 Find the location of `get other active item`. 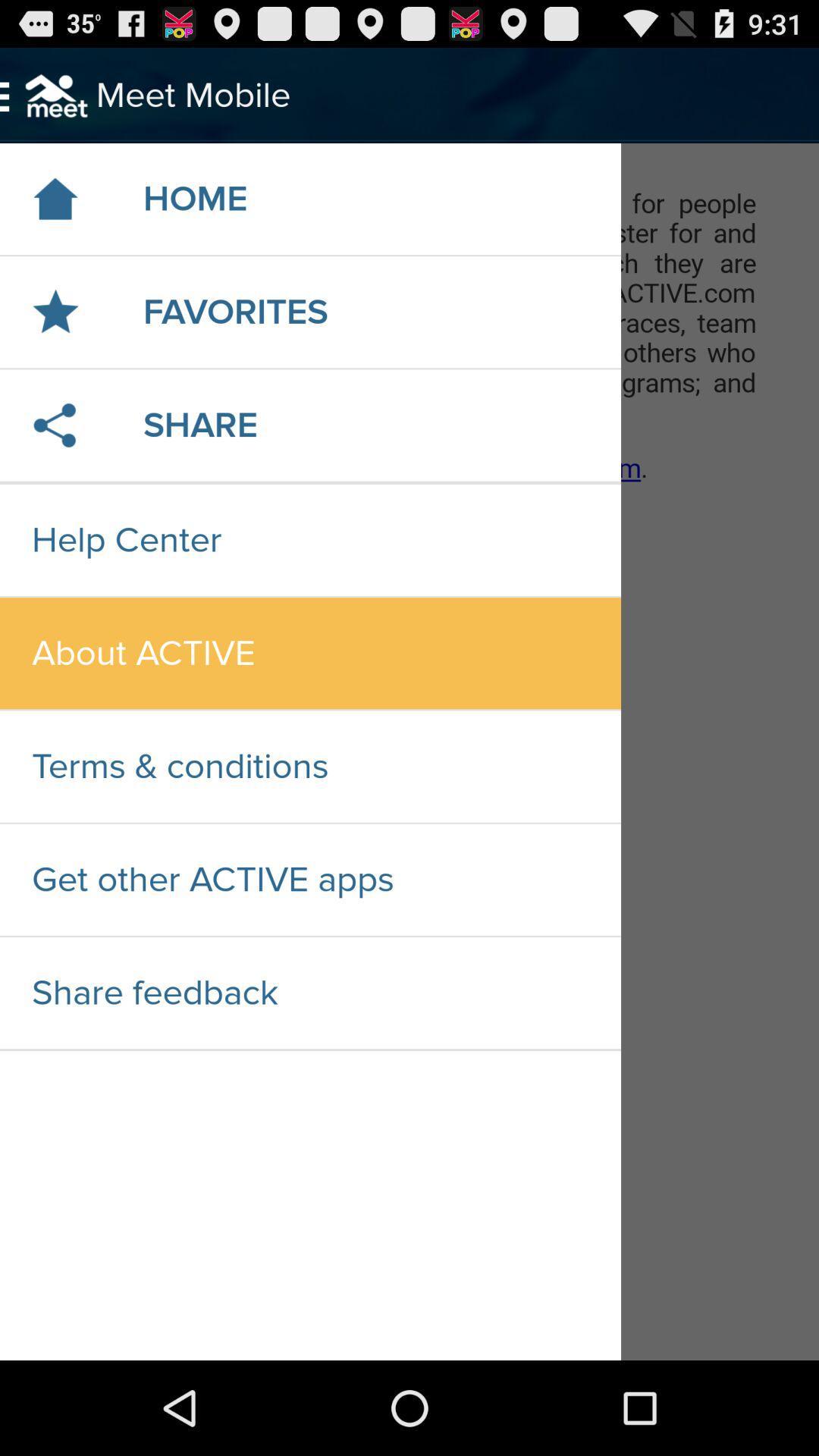

get other active item is located at coordinates (309, 880).